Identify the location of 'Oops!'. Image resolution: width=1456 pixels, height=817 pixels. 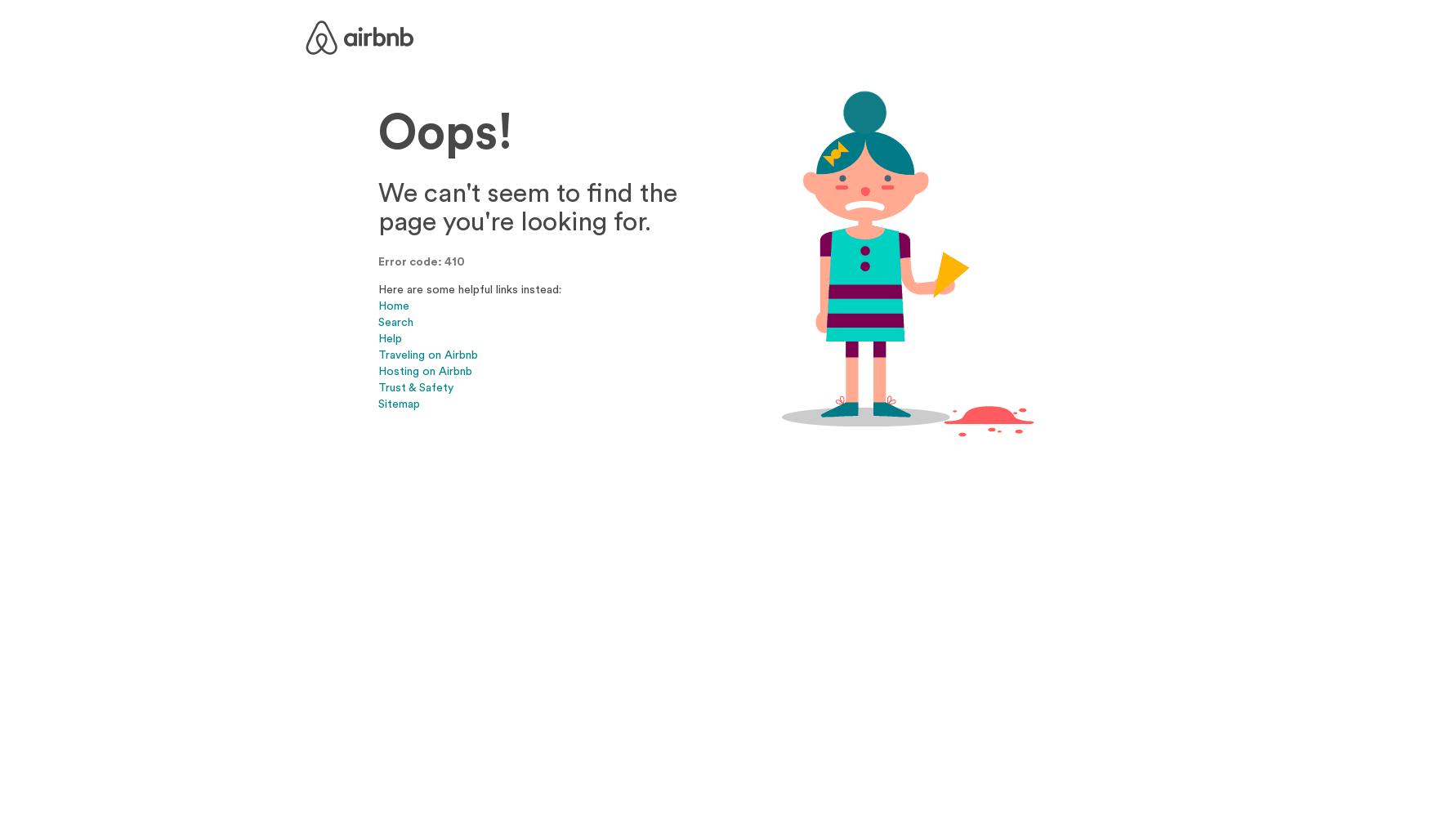
(377, 131).